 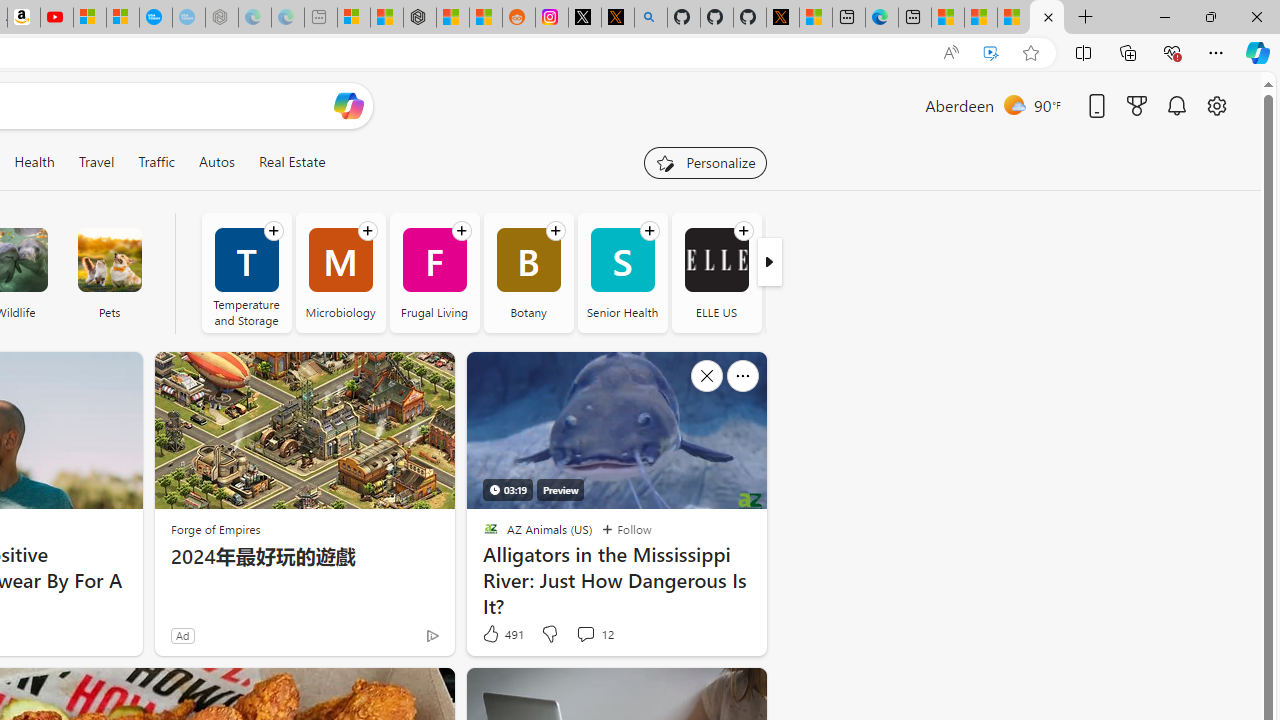 What do you see at coordinates (625, 528) in the screenshot?
I see `'Follow'` at bounding box center [625, 528].